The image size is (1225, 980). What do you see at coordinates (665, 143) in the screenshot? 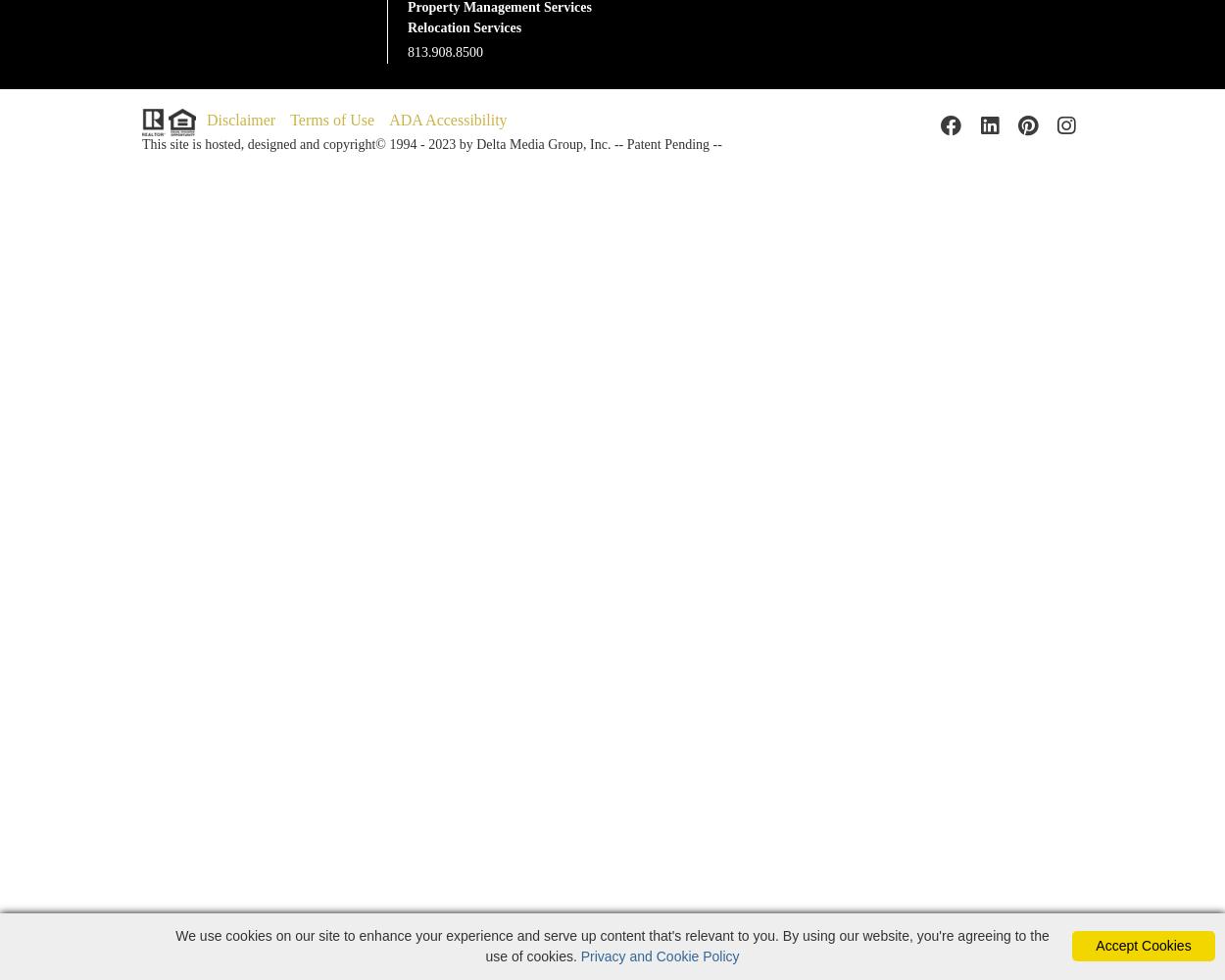
I see `'-- Patent Pending --'` at bounding box center [665, 143].